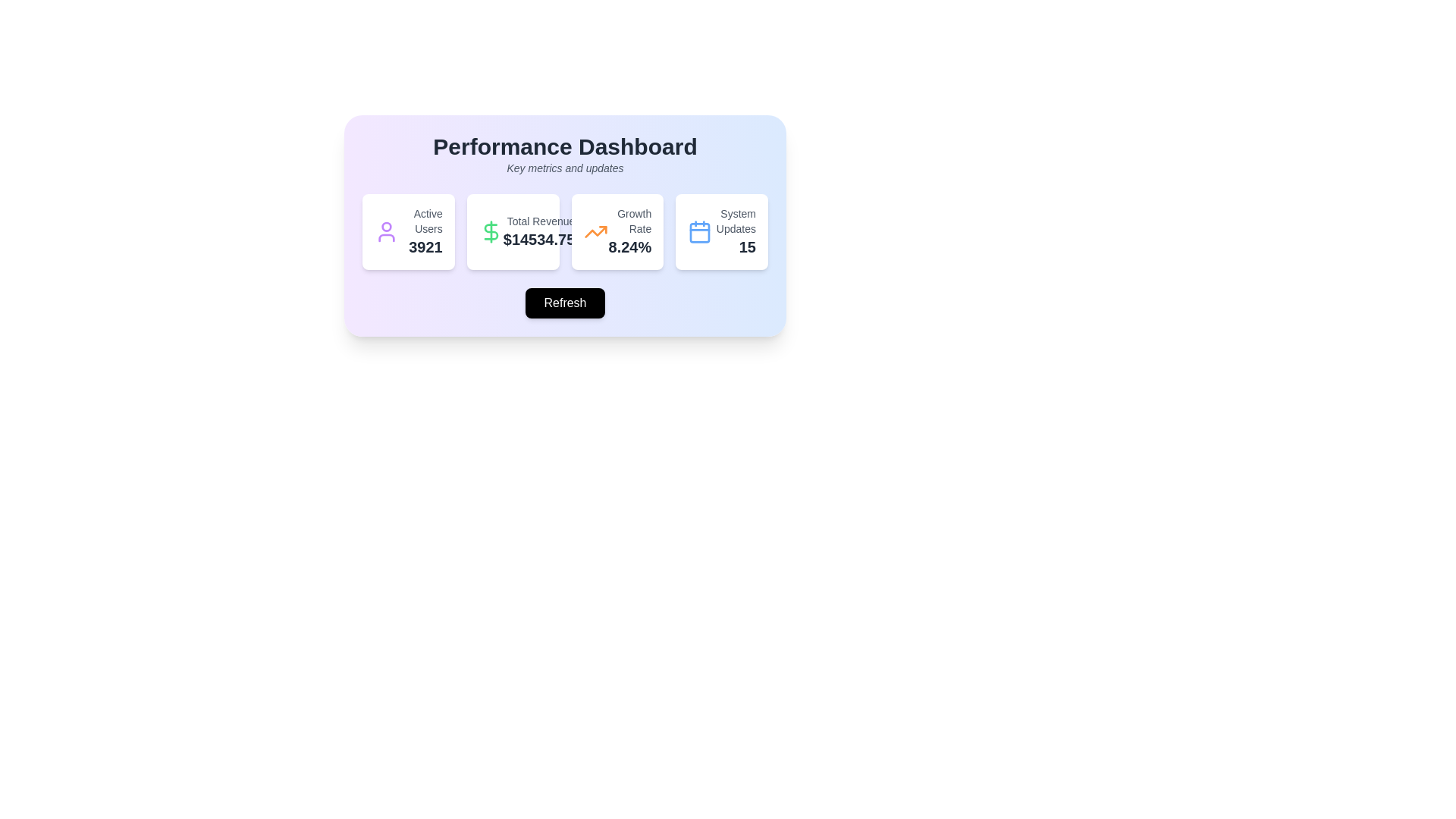 The image size is (1456, 819). What do you see at coordinates (564, 146) in the screenshot?
I see `the static text element styled as a heading, which conveys the main title or purpose of the page section in the dashboard` at bounding box center [564, 146].